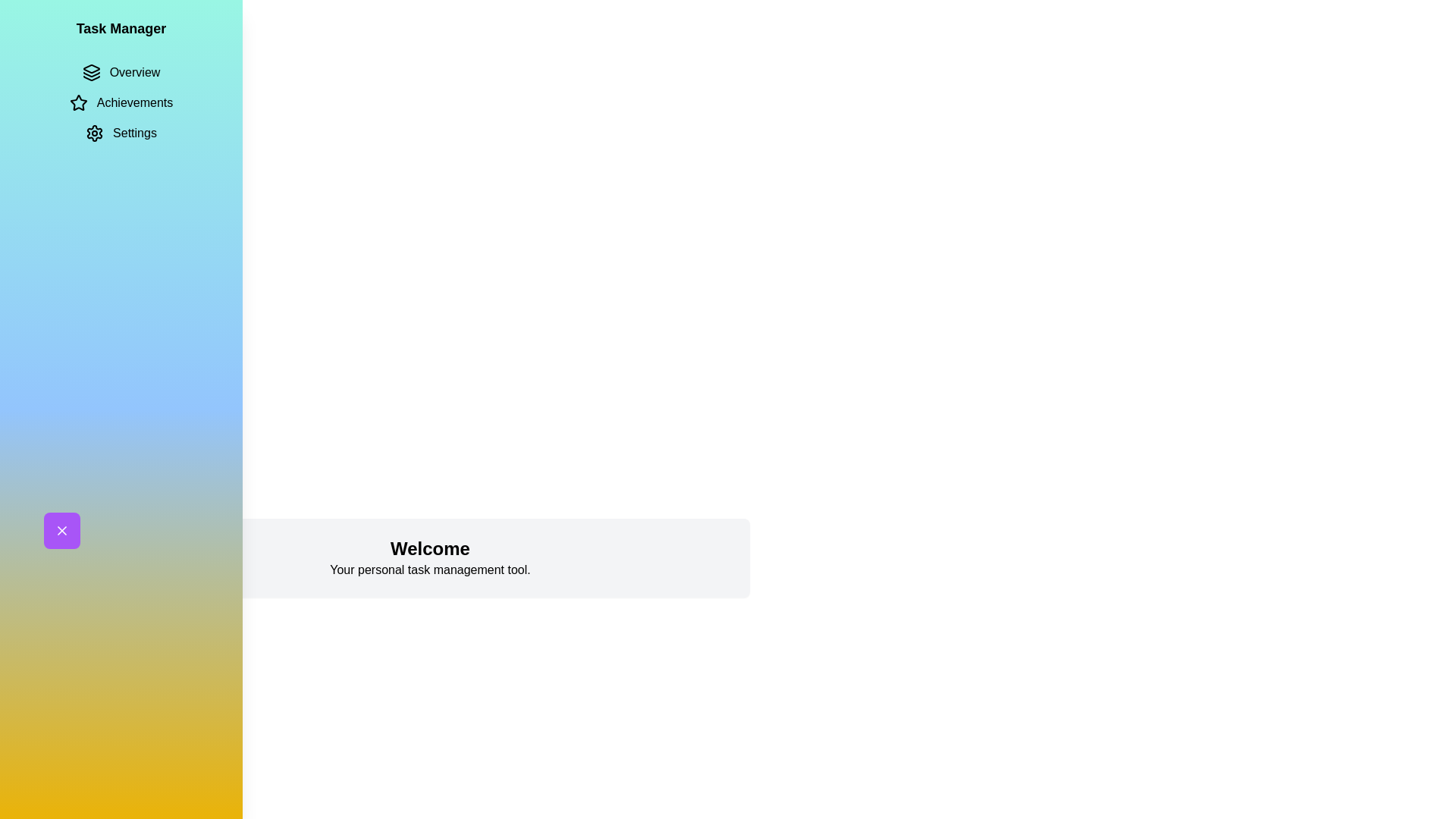  Describe the element at coordinates (429, 558) in the screenshot. I see `textual content of the centered text block displaying the bold heading 'Welcome' and the subtitle 'Your personal task management tool.'` at that location.